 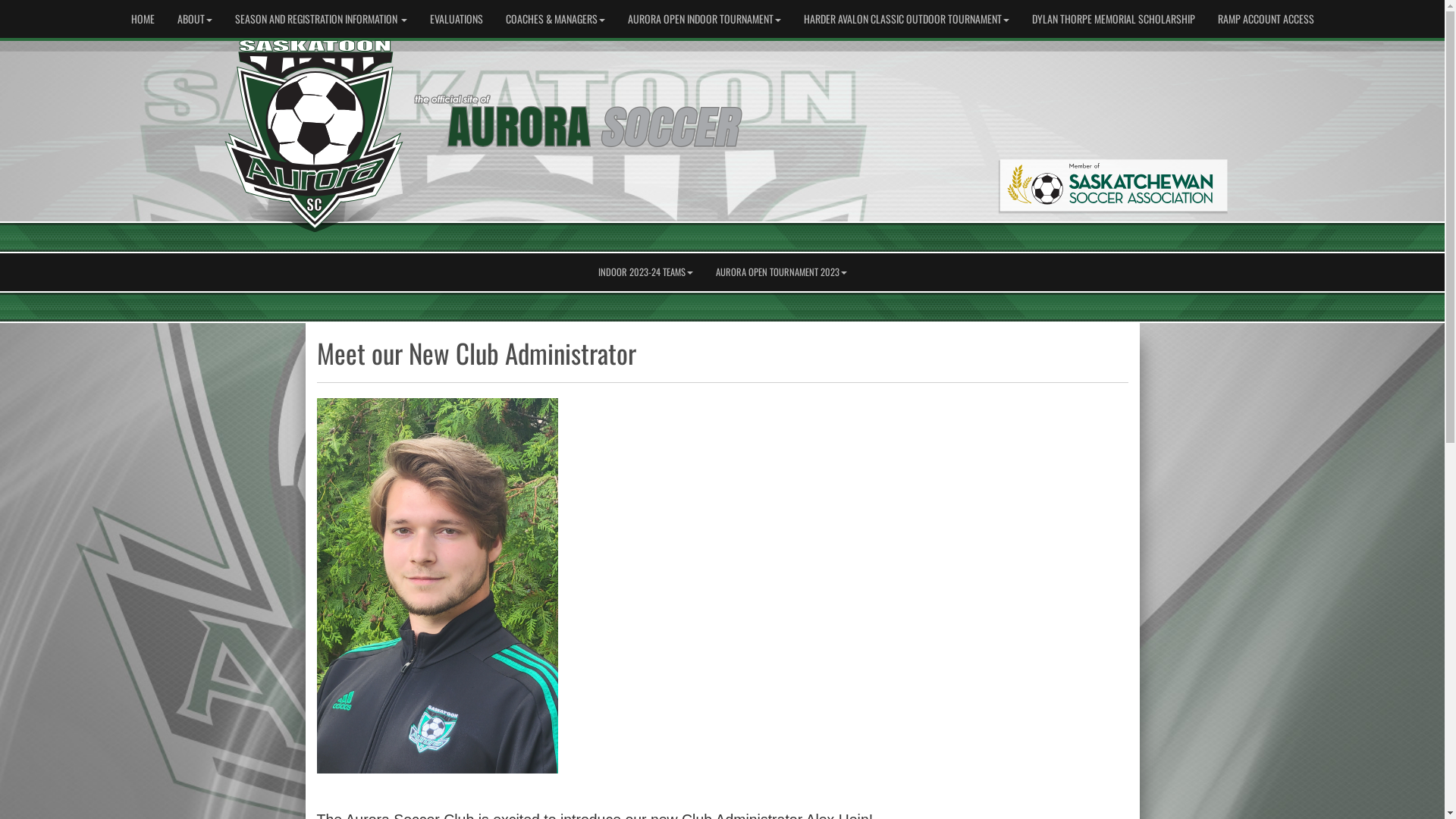 I want to click on 'INDOOR 2023-24 TEAMS', so click(x=645, y=271).